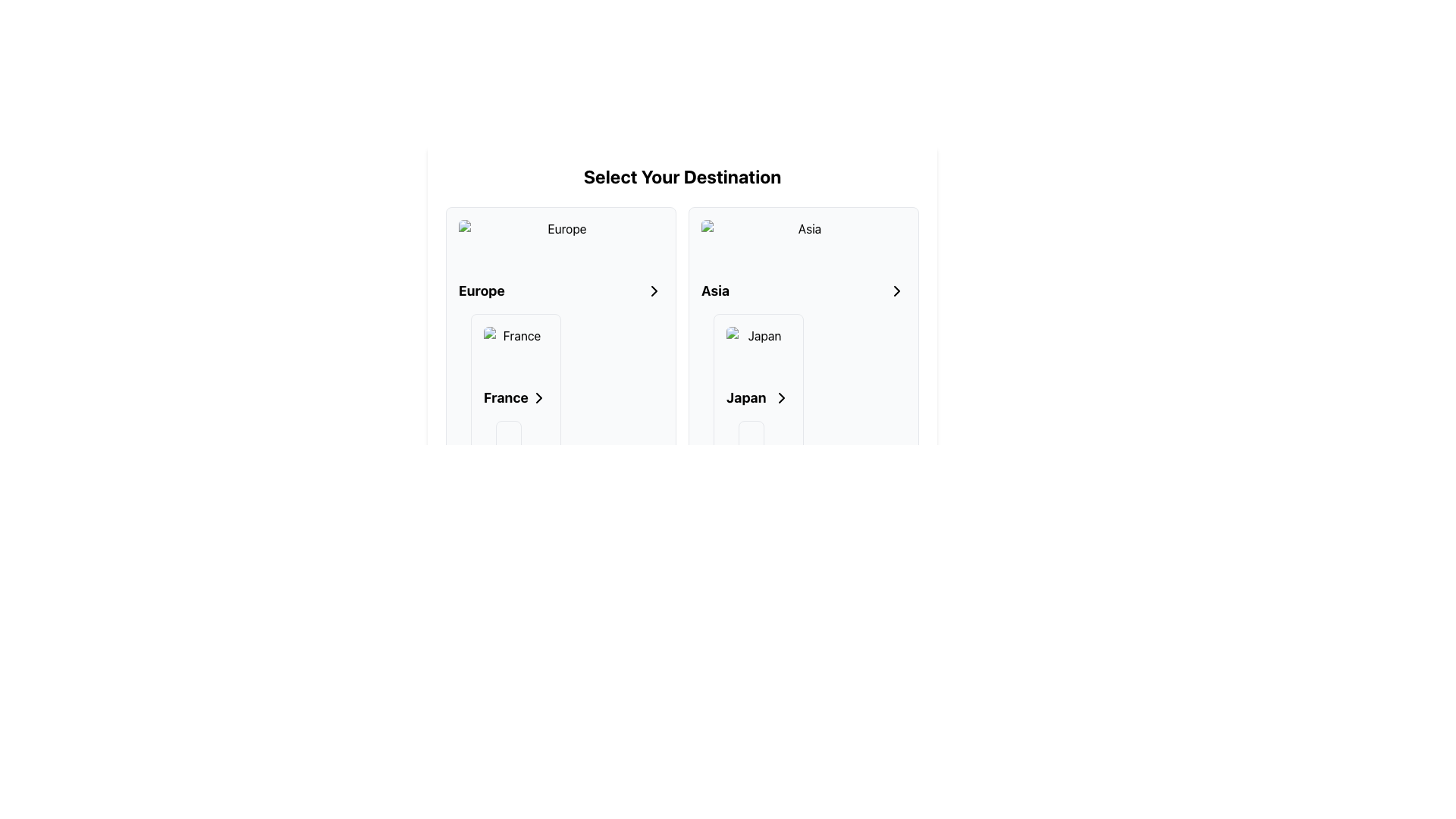 The width and height of the screenshot is (1456, 819). I want to click on the horizontal layout element containing the bold text 'Japan' and the right-facing chevron icon, so click(758, 397).